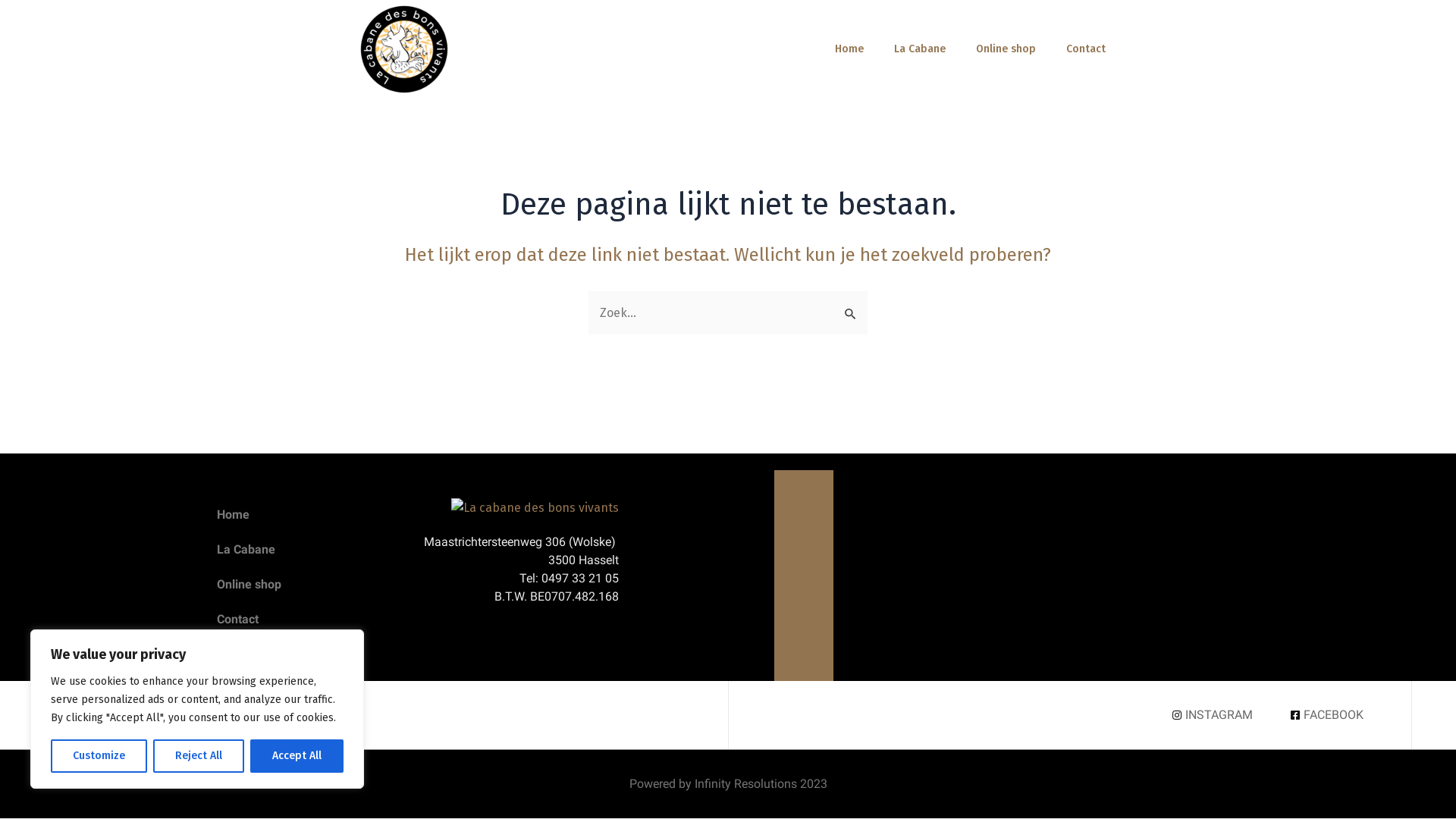  What do you see at coordinates (1006, 49) in the screenshot?
I see `'Online shop'` at bounding box center [1006, 49].